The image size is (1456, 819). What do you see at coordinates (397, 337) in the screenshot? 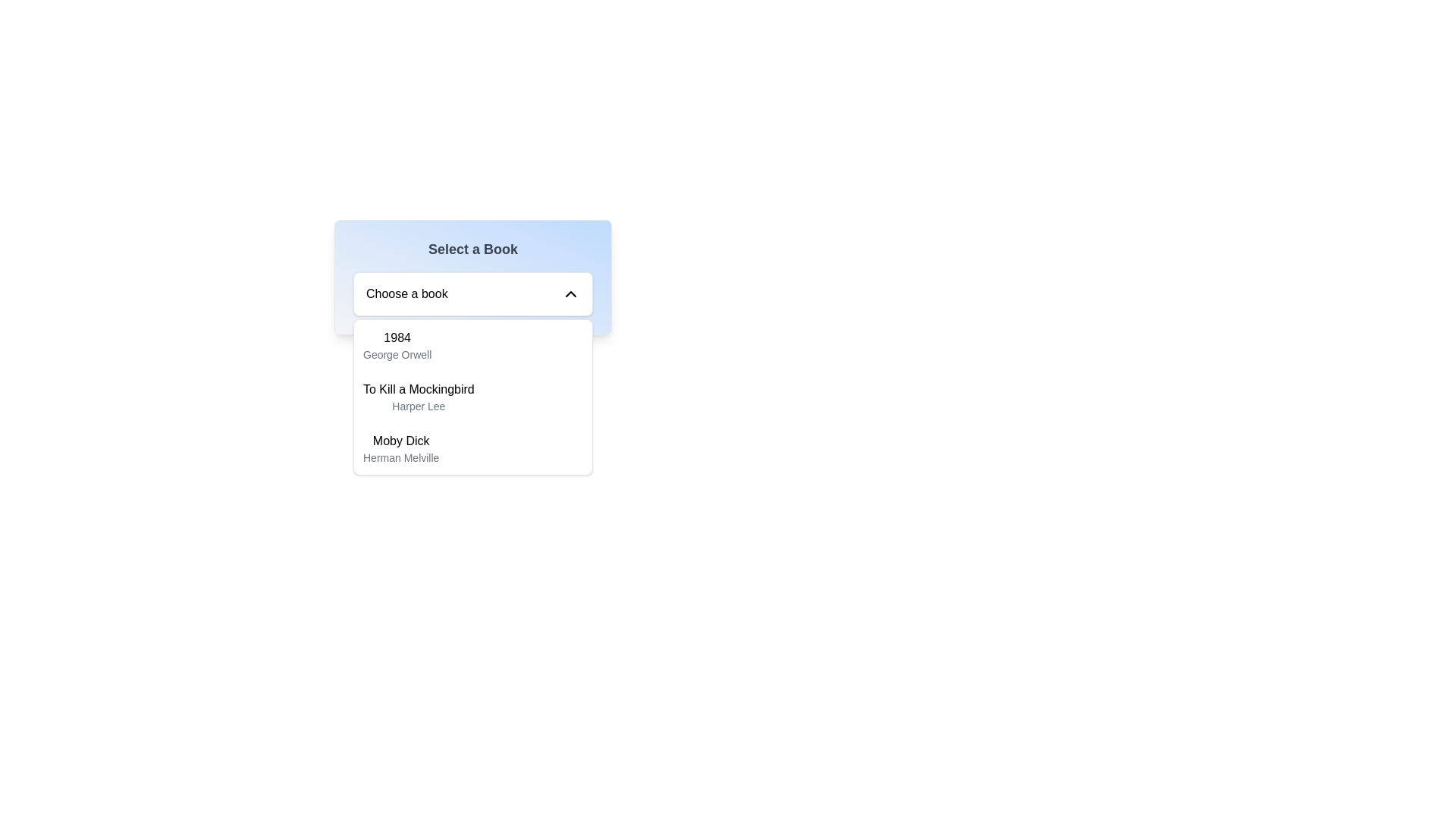
I see `the text label displaying '1984'` at bounding box center [397, 337].